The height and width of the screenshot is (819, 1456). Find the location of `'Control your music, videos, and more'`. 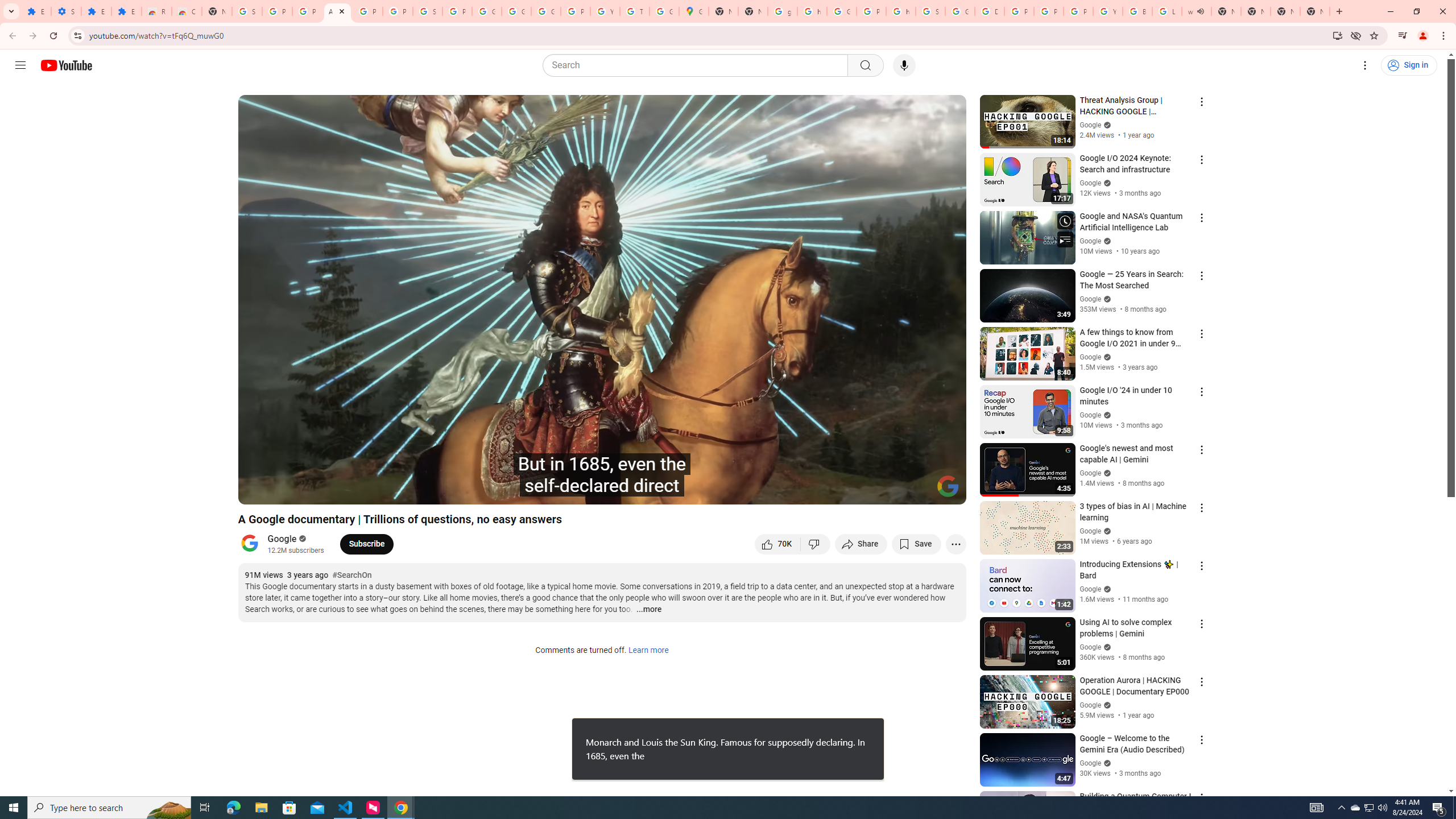

'Control your music, videos, and more' is located at coordinates (1403, 35).